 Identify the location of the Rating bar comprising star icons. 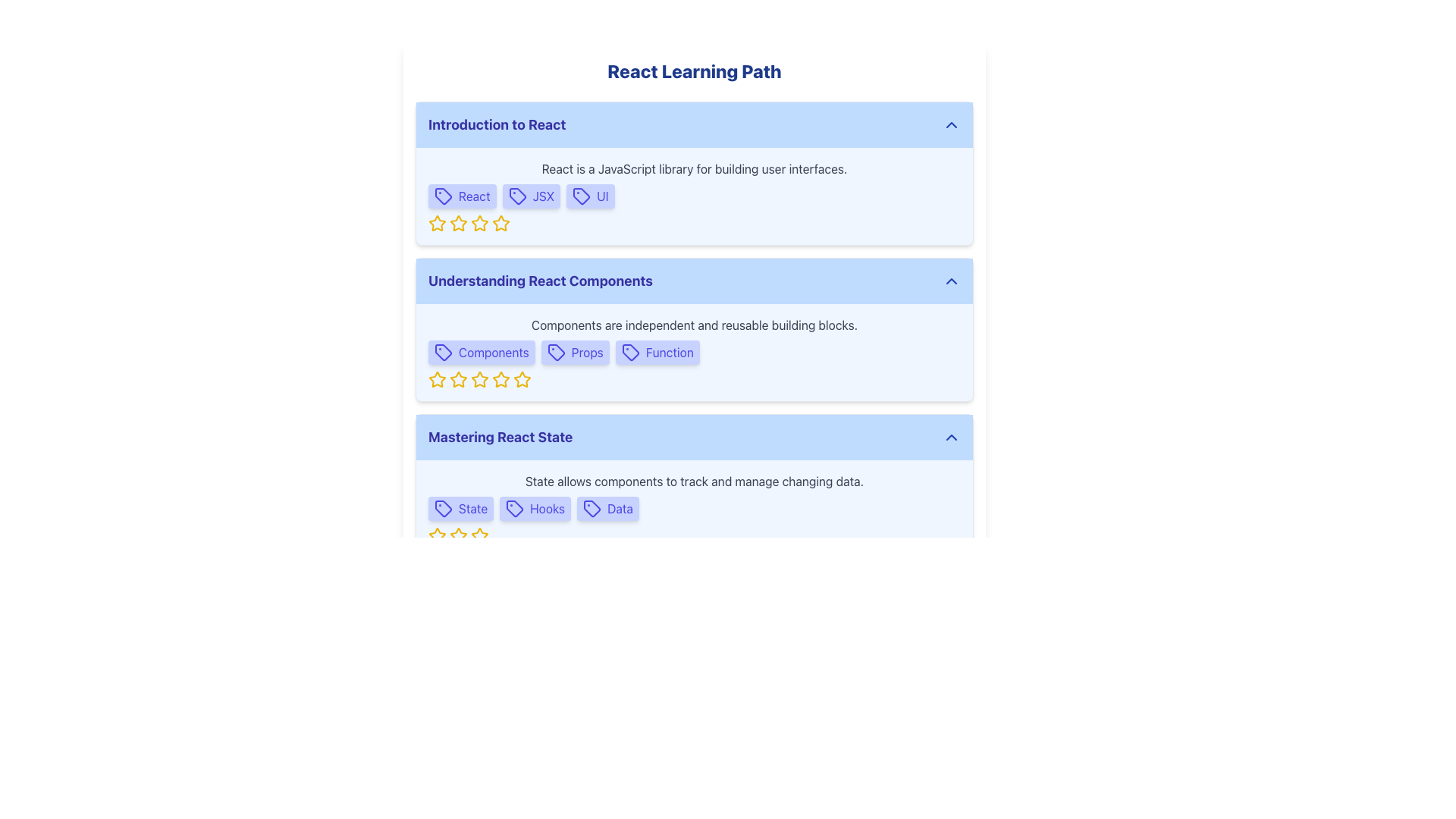
(694, 223).